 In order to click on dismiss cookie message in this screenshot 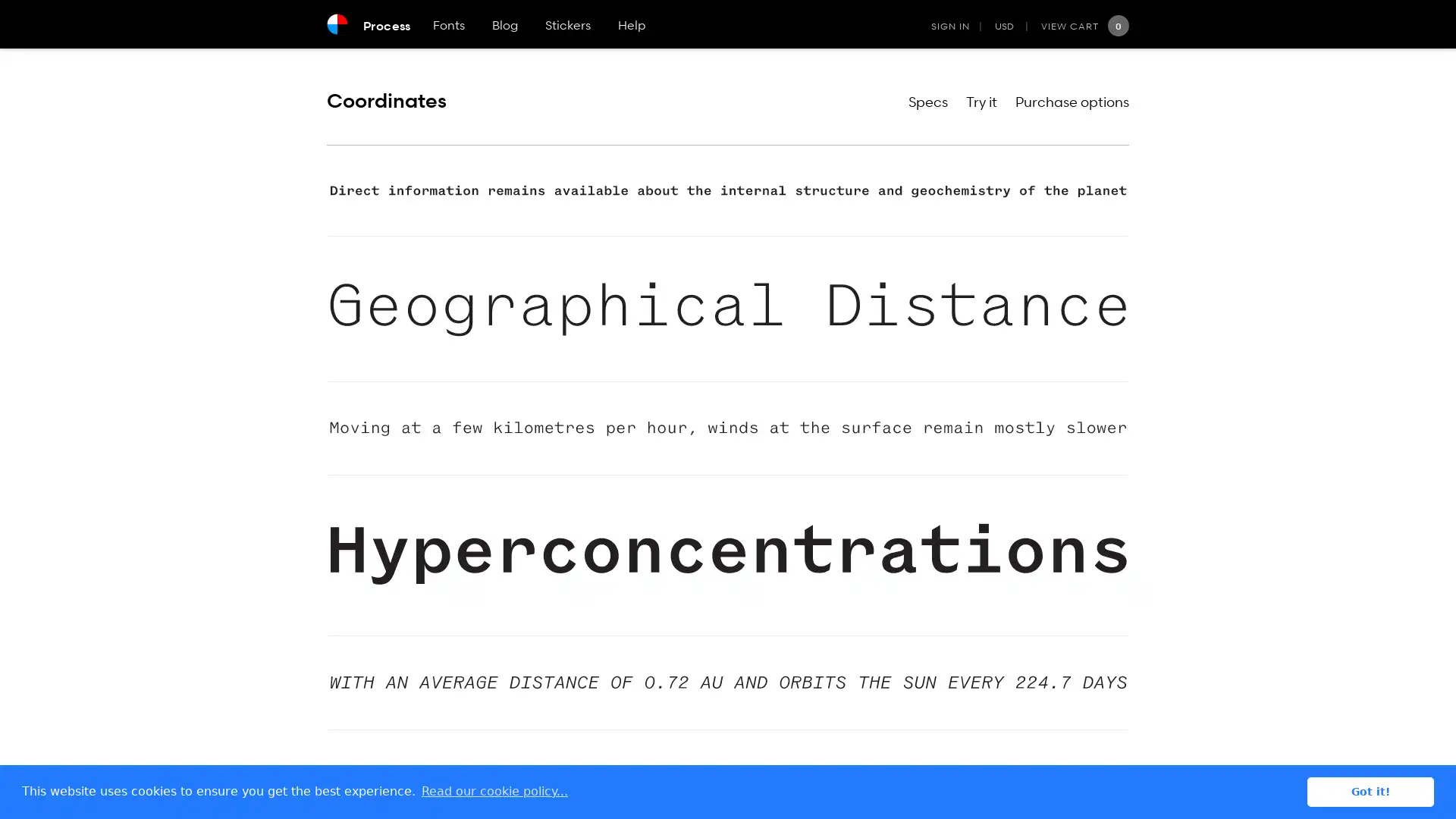, I will do `click(1370, 791)`.